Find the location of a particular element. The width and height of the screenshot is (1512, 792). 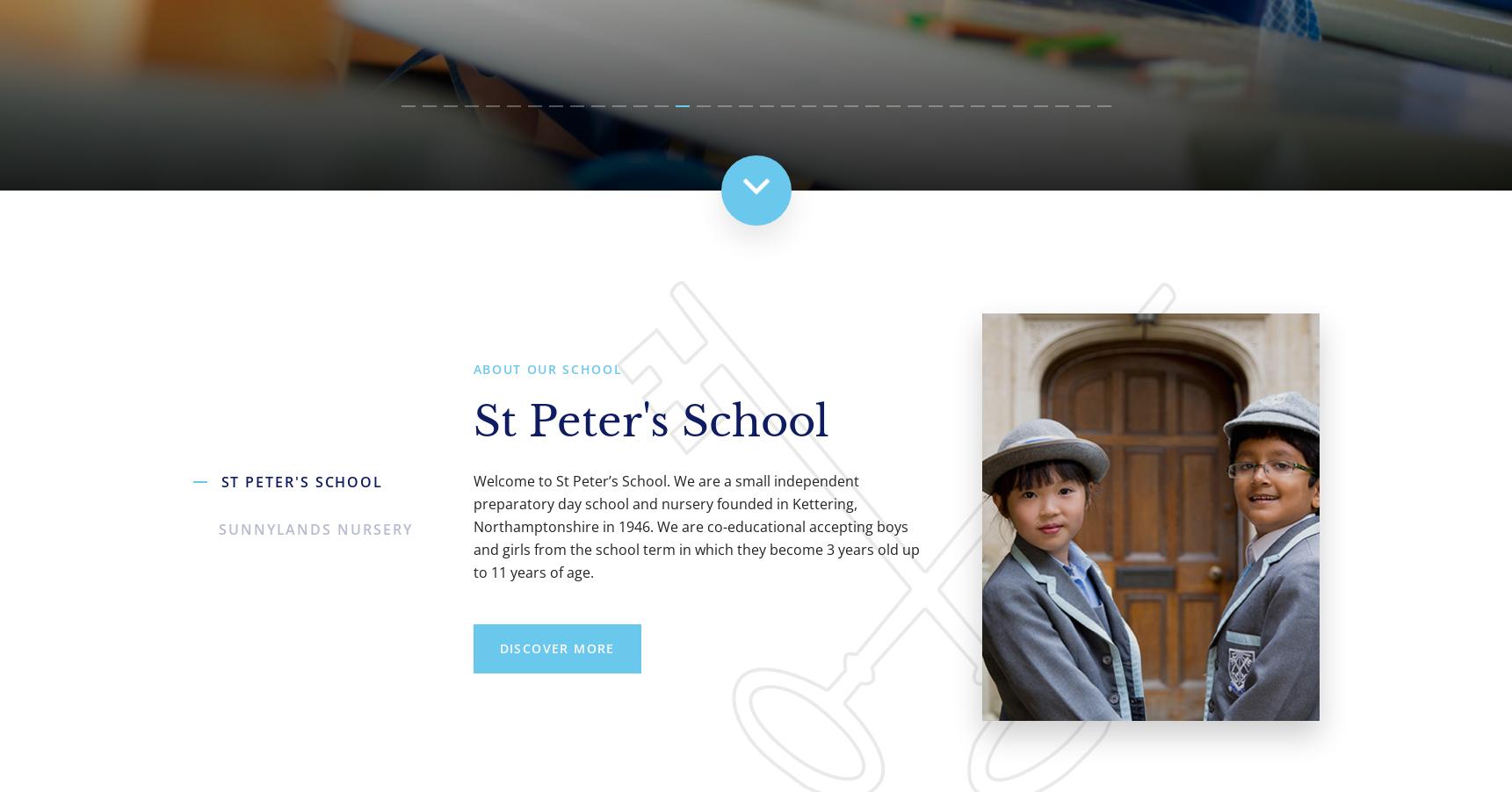

'Welcome to Sunnylands Nursery.  We are a small, independent nursery founded in Kettering, Northamptonshire. We are co-educational accepting boys and girls from the school term in which they become 3 years old in the stunning grounds of St Peter's School.' is located at coordinates (694, 526).